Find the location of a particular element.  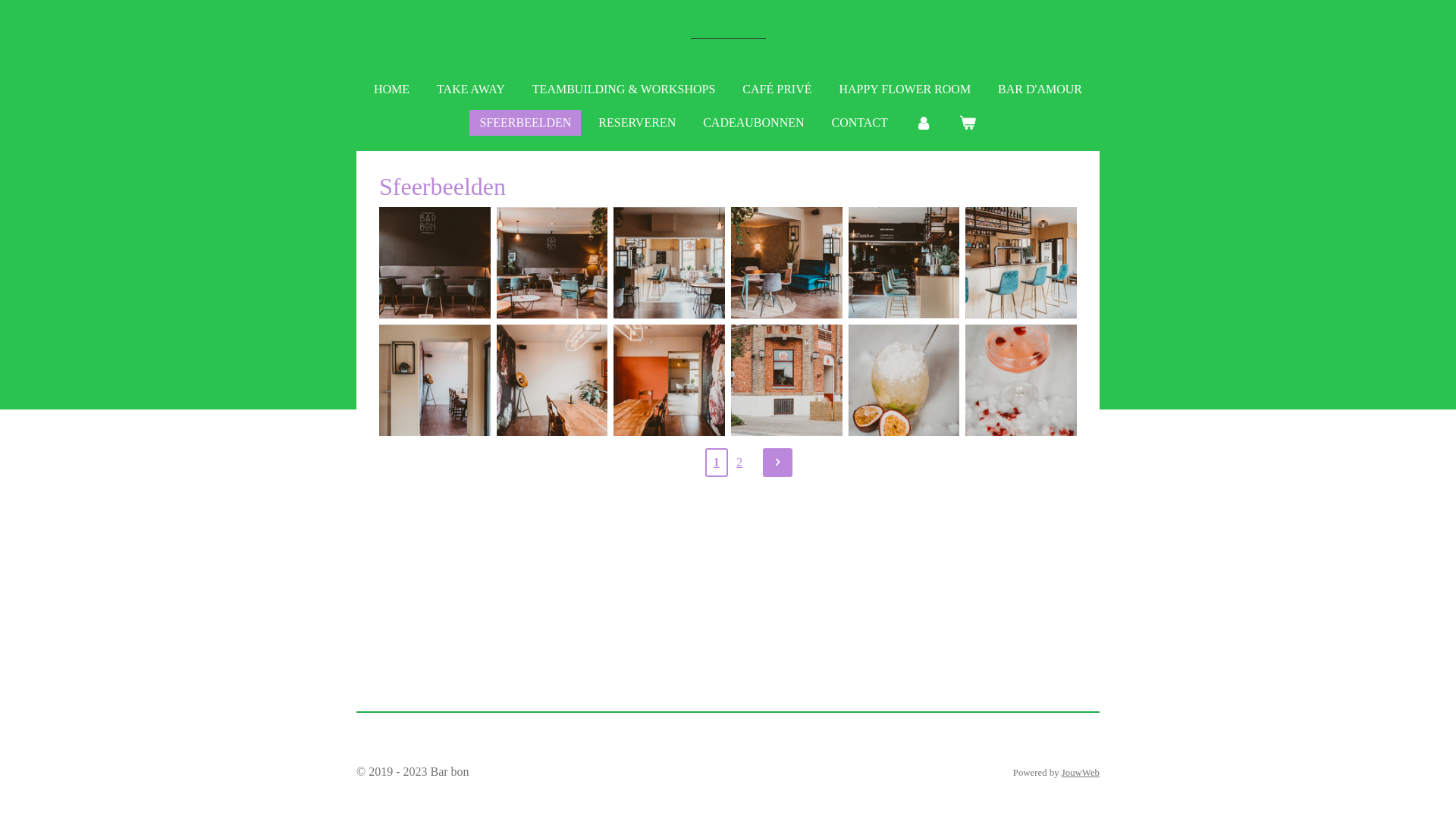

'2' is located at coordinates (739, 461).